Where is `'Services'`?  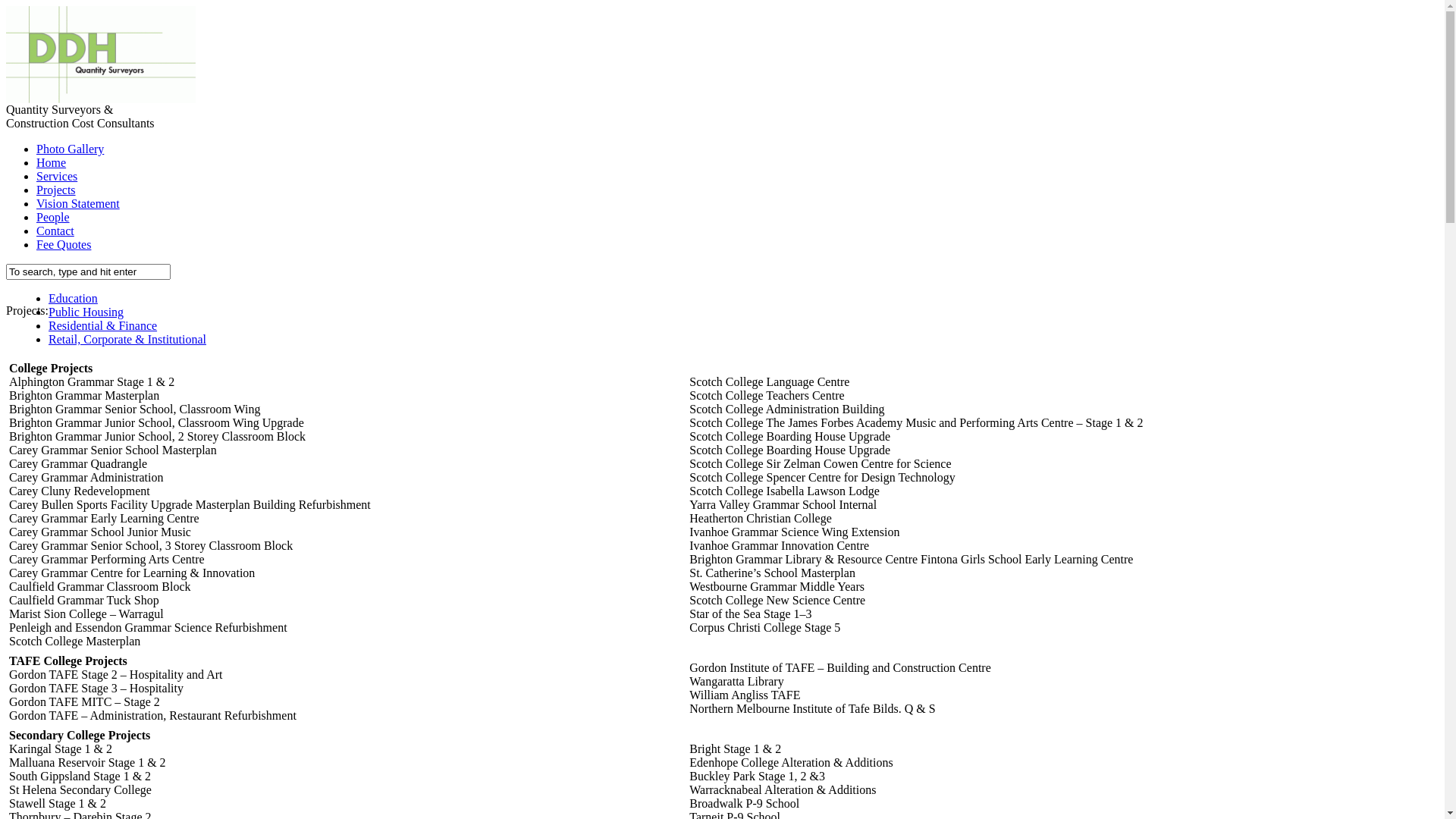 'Services' is located at coordinates (57, 175).